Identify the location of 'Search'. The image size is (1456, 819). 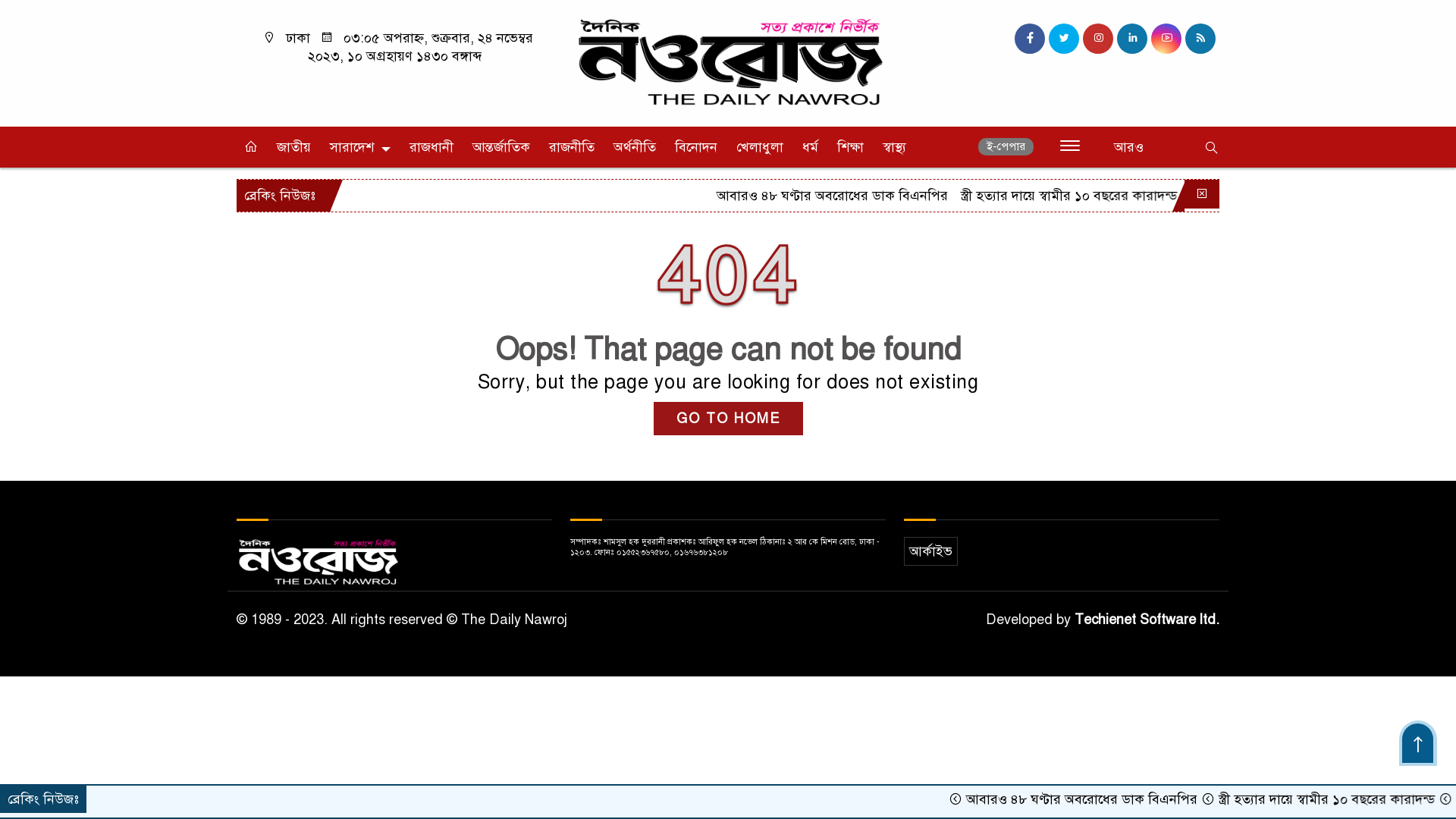
(1137, 149).